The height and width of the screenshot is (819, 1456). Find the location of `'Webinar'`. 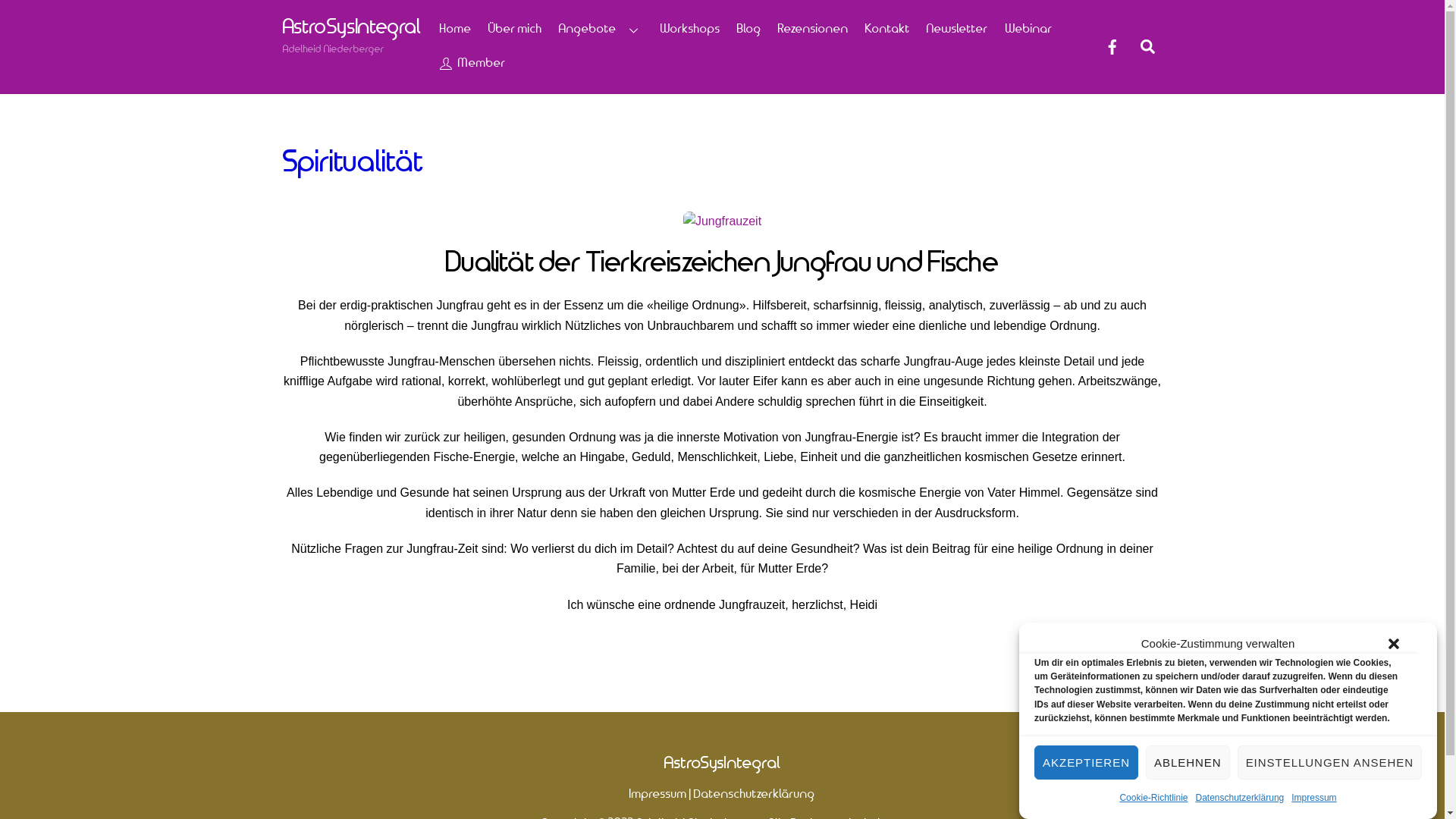

'Webinar' is located at coordinates (1028, 29).